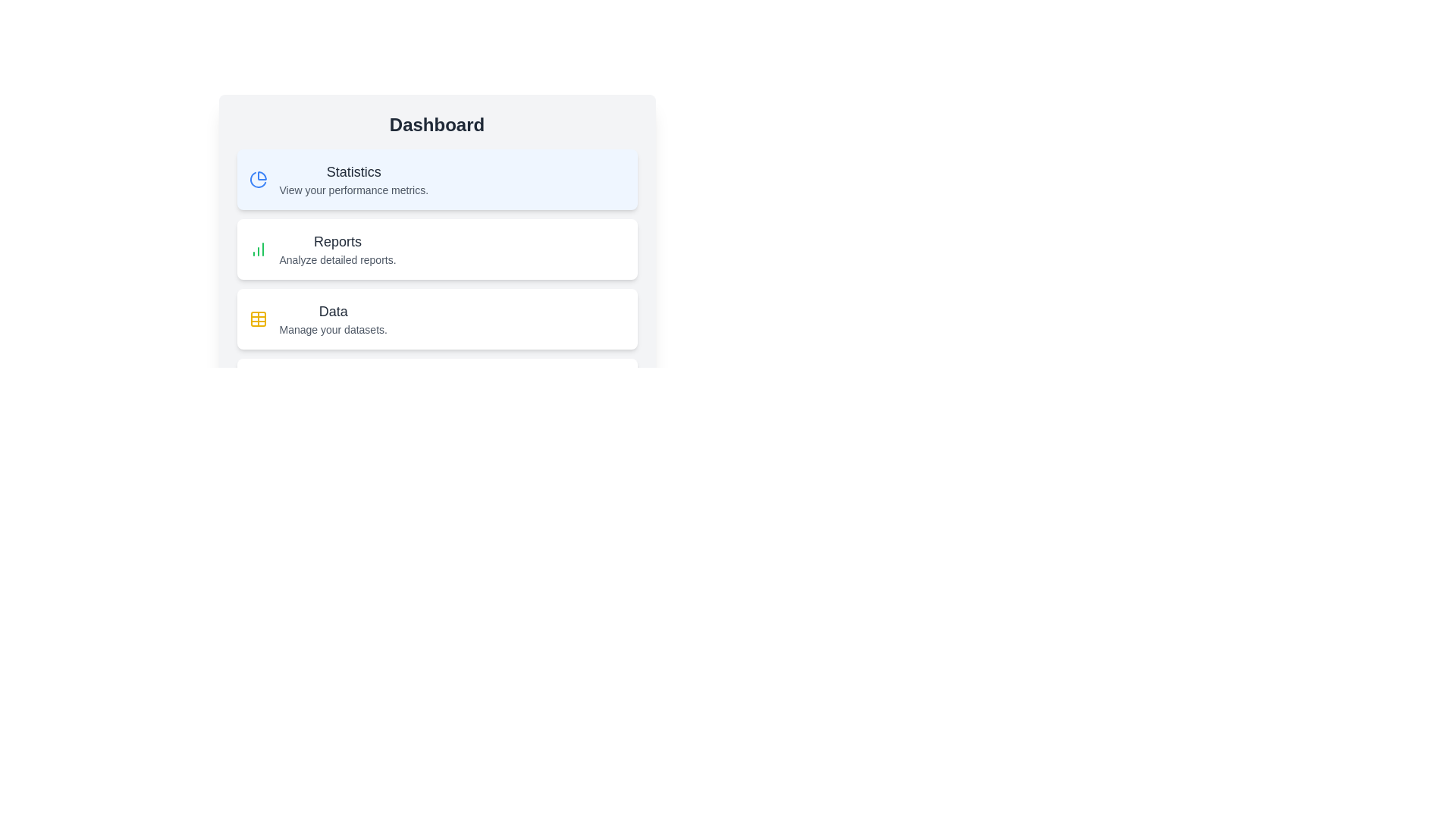 The image size is (1456, 819). Describe the element at coordinates (436, 318) in the screenshot. I see `the section Data from the list` at that location.